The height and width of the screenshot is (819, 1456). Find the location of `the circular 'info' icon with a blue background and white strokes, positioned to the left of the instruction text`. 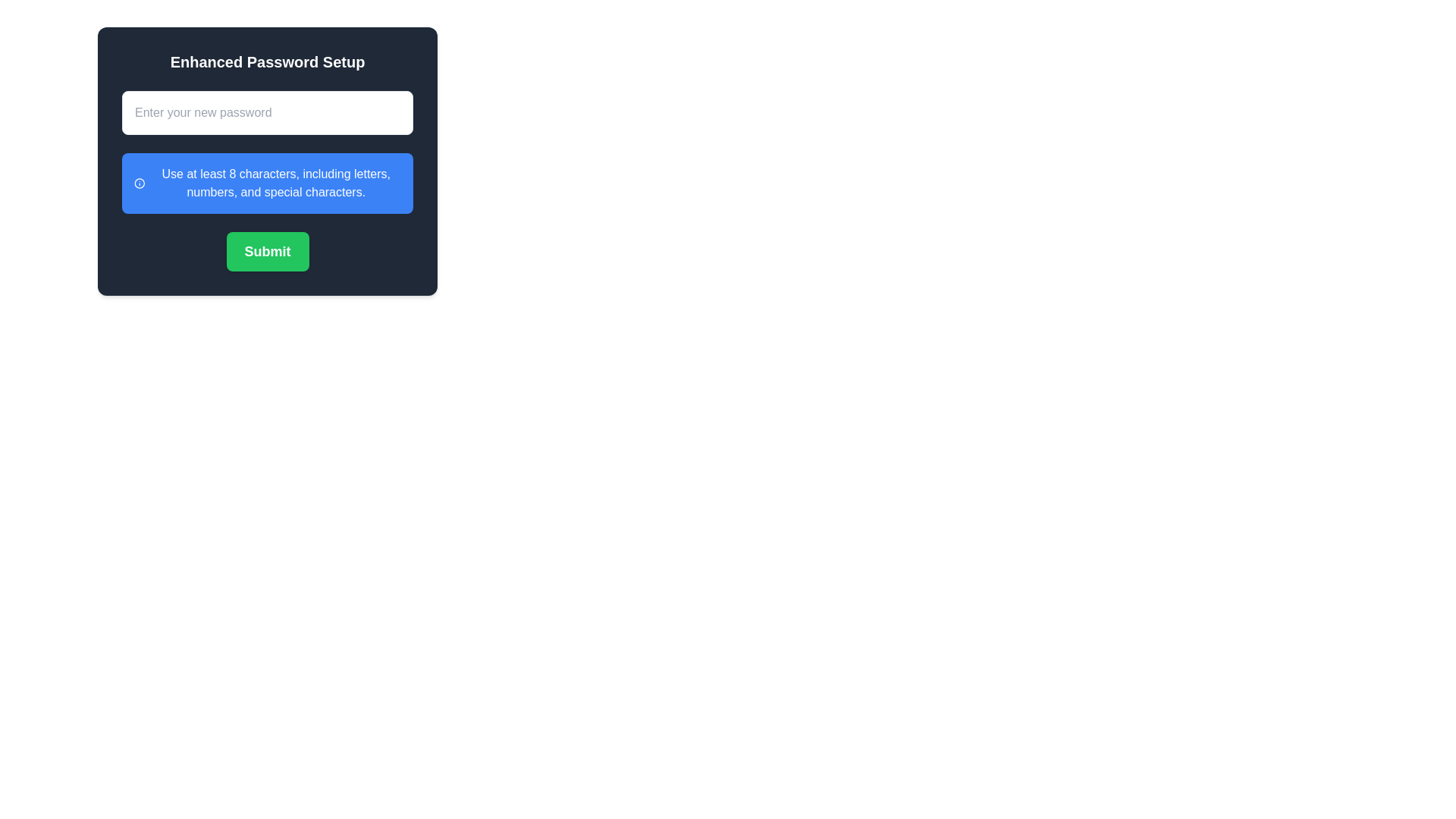

the circular 'info' icon with a blue background and white strokes, positioned to the left of the instruction text is located at coordinates (140, 183).